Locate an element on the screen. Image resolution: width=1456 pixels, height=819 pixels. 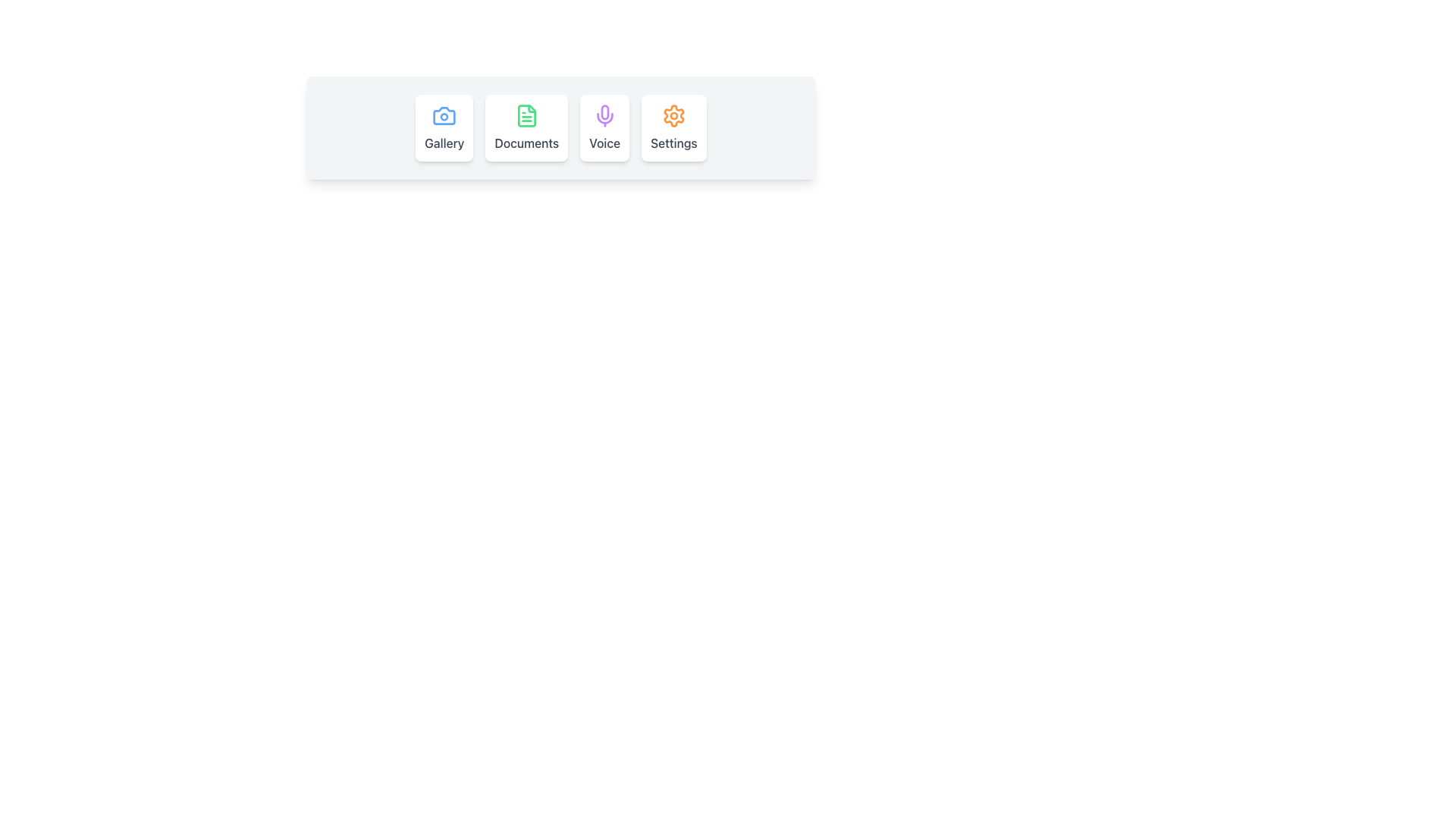
the second button in a group of four, which is positioned between the 'Gallery' and 'Voice' buttons is located at coordinates (526, 127).